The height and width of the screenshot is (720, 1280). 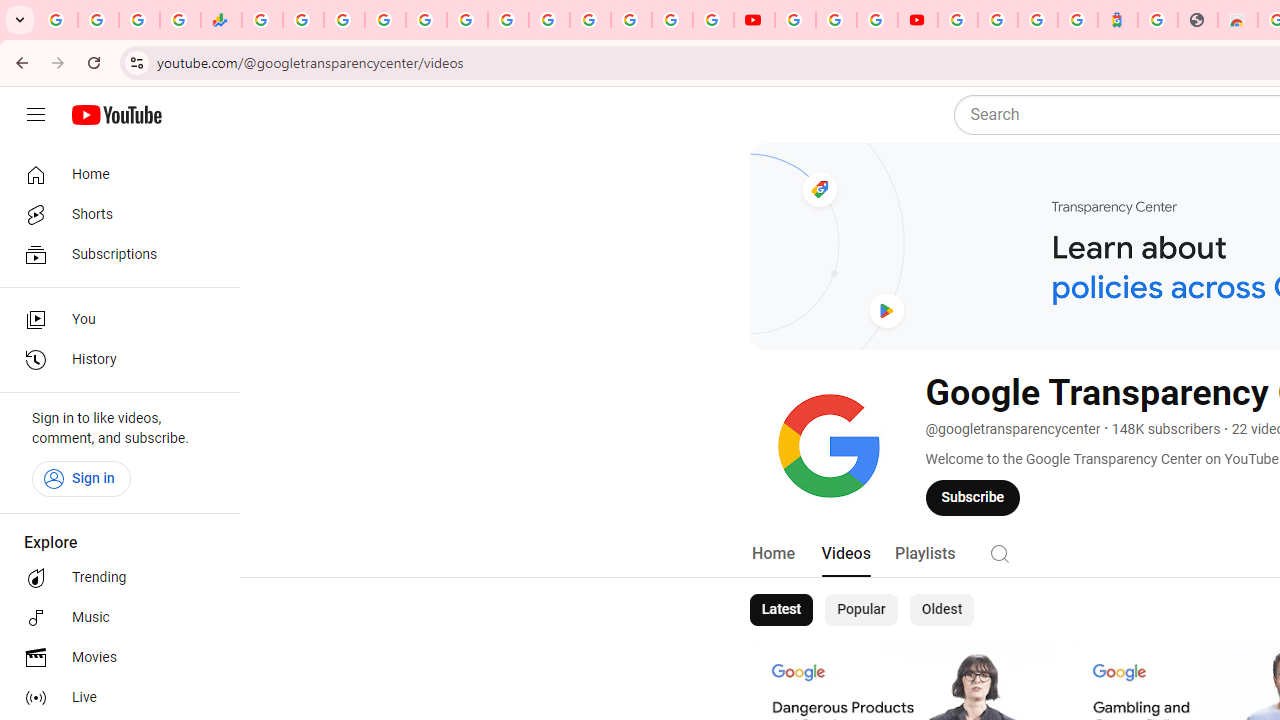 I want to click on 'Oldest', so click(x=940, y=608).